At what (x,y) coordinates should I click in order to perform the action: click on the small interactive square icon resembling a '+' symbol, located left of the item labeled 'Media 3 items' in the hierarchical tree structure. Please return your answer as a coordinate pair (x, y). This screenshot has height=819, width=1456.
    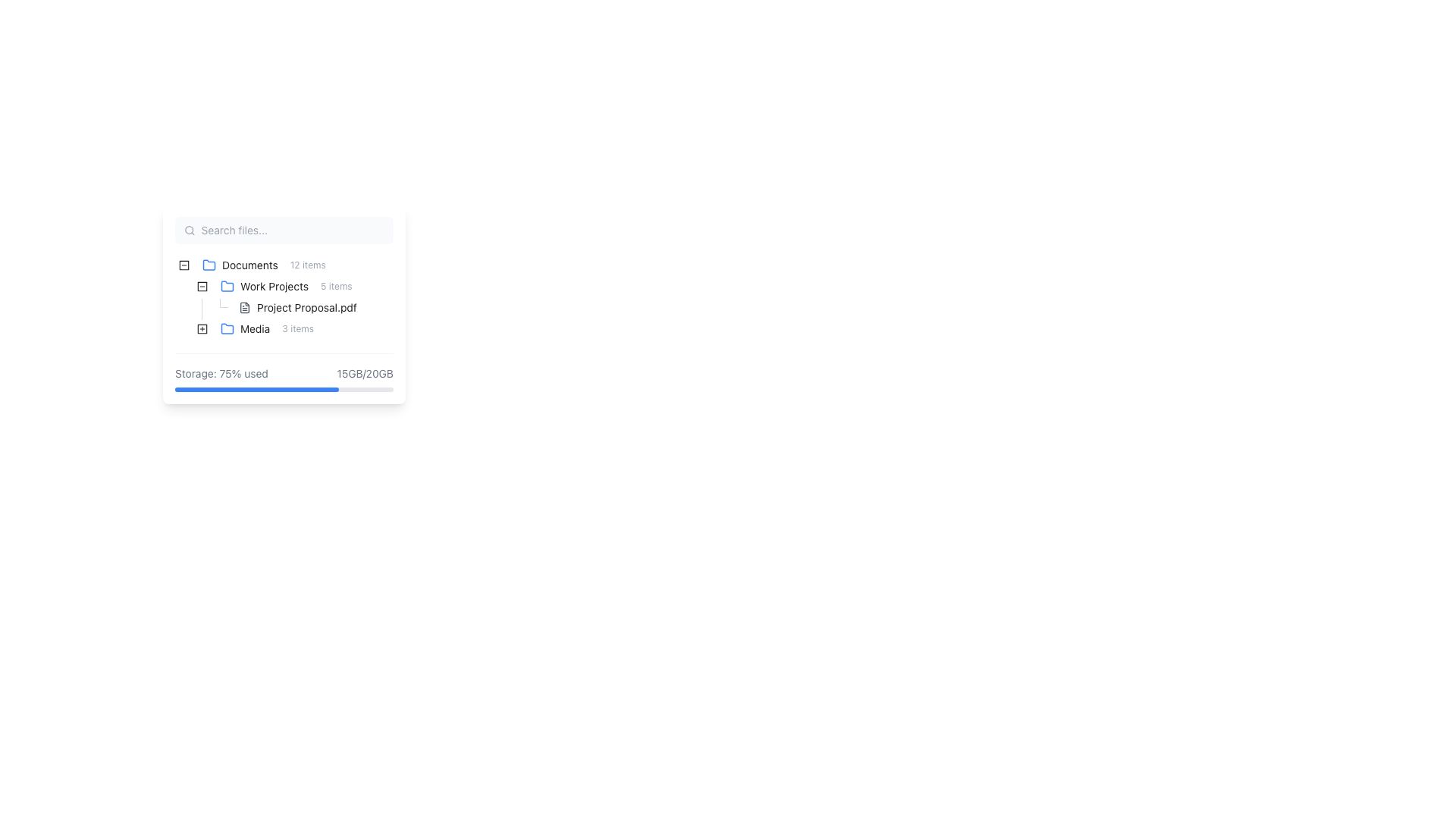
    Looking at the image, I should click on (202, 328).